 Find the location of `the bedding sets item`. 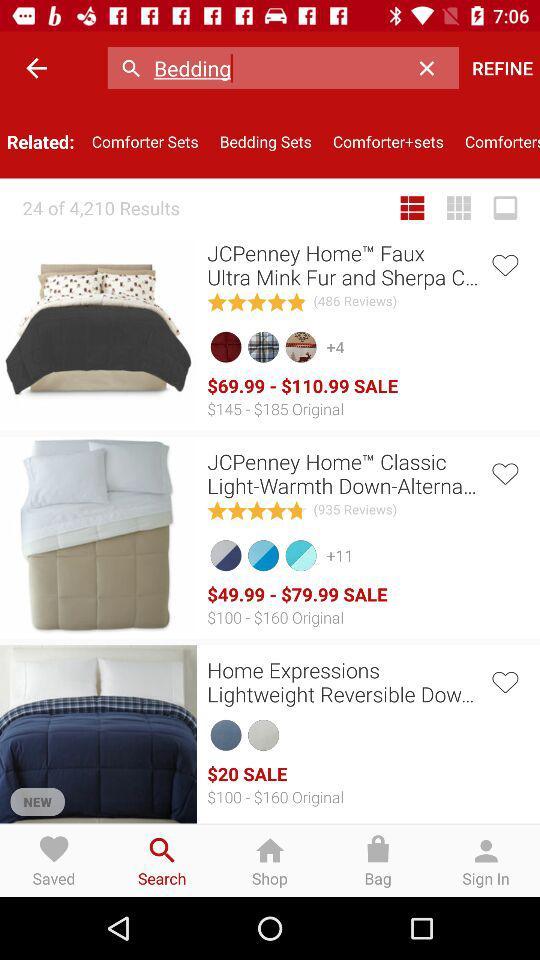

the bedding sets item is located at coordinates (265, 140).